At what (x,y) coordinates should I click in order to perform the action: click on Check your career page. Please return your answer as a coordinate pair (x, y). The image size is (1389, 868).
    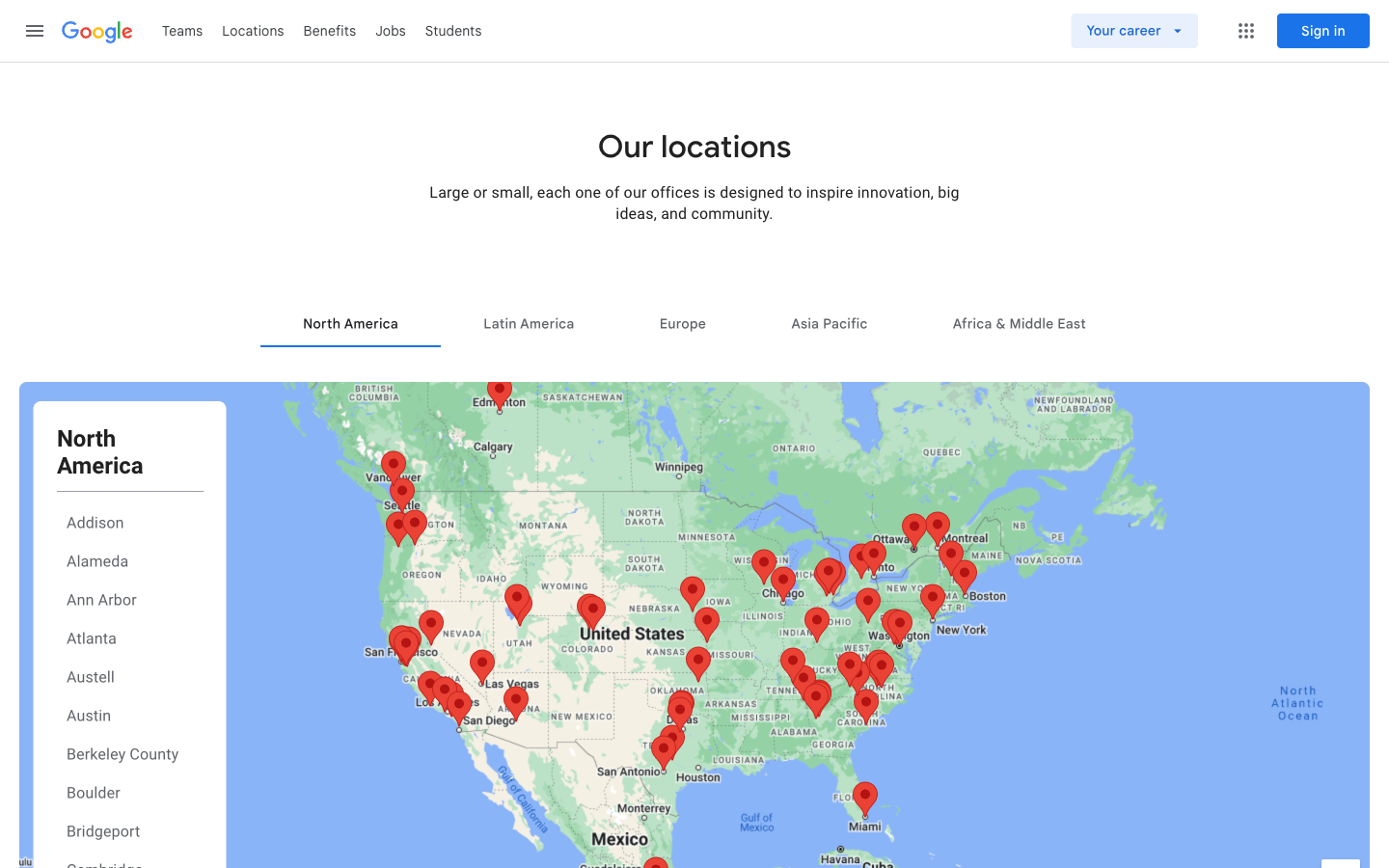
    Looking at the image, I should click on (1162, 30).